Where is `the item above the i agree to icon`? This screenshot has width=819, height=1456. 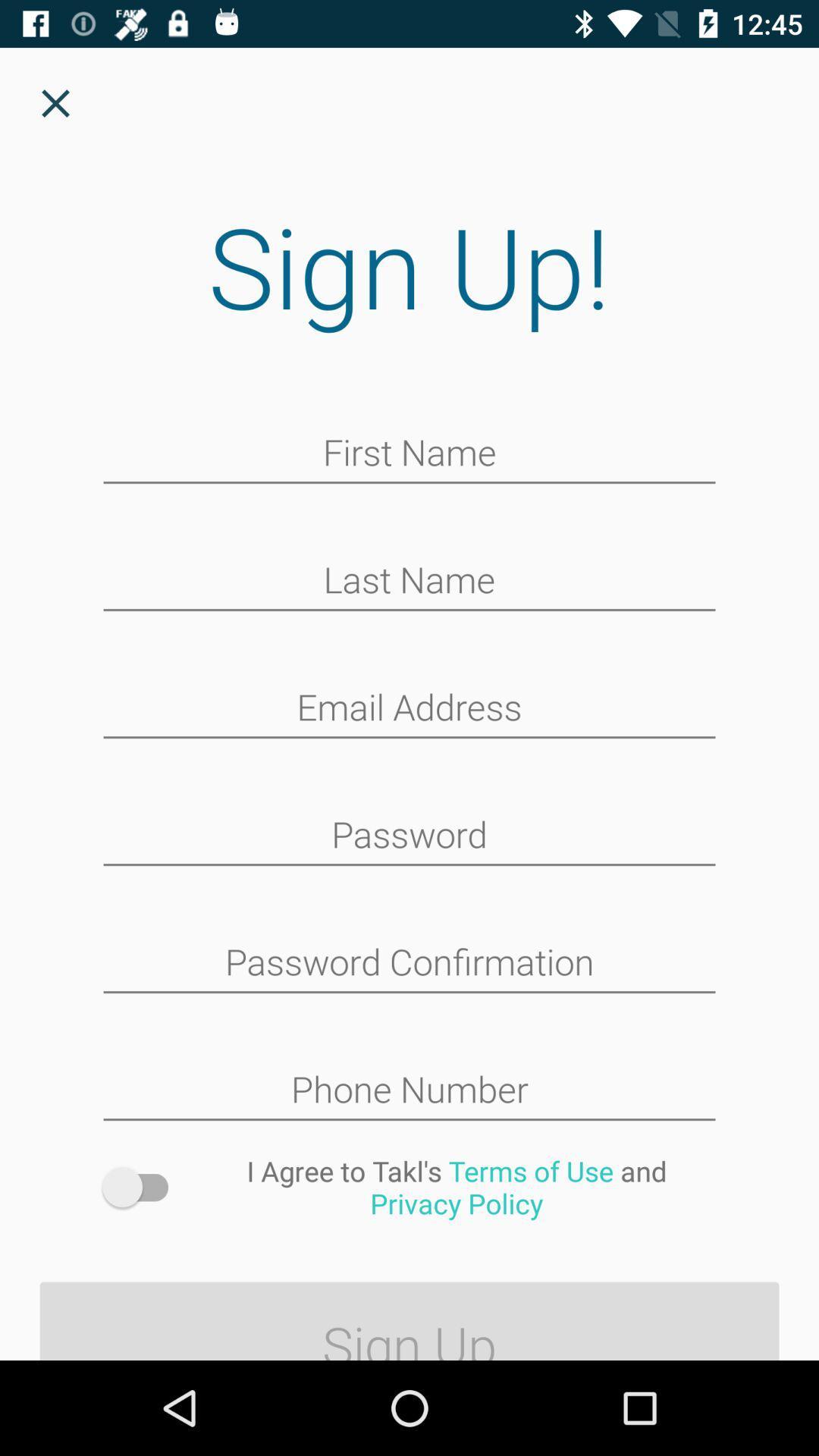
the item above the i agree to icon is located at coordinates (409, 1090).